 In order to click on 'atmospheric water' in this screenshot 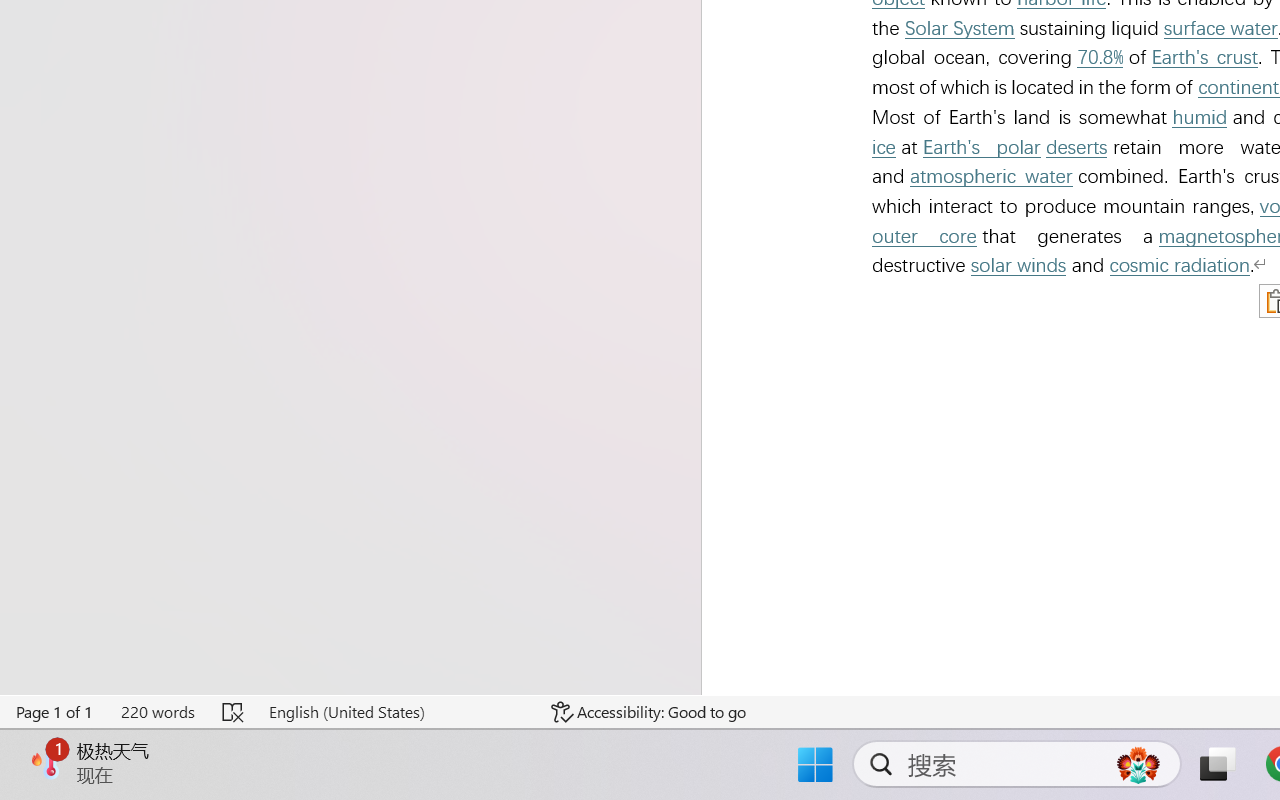, I will do `click(991, 175)`.